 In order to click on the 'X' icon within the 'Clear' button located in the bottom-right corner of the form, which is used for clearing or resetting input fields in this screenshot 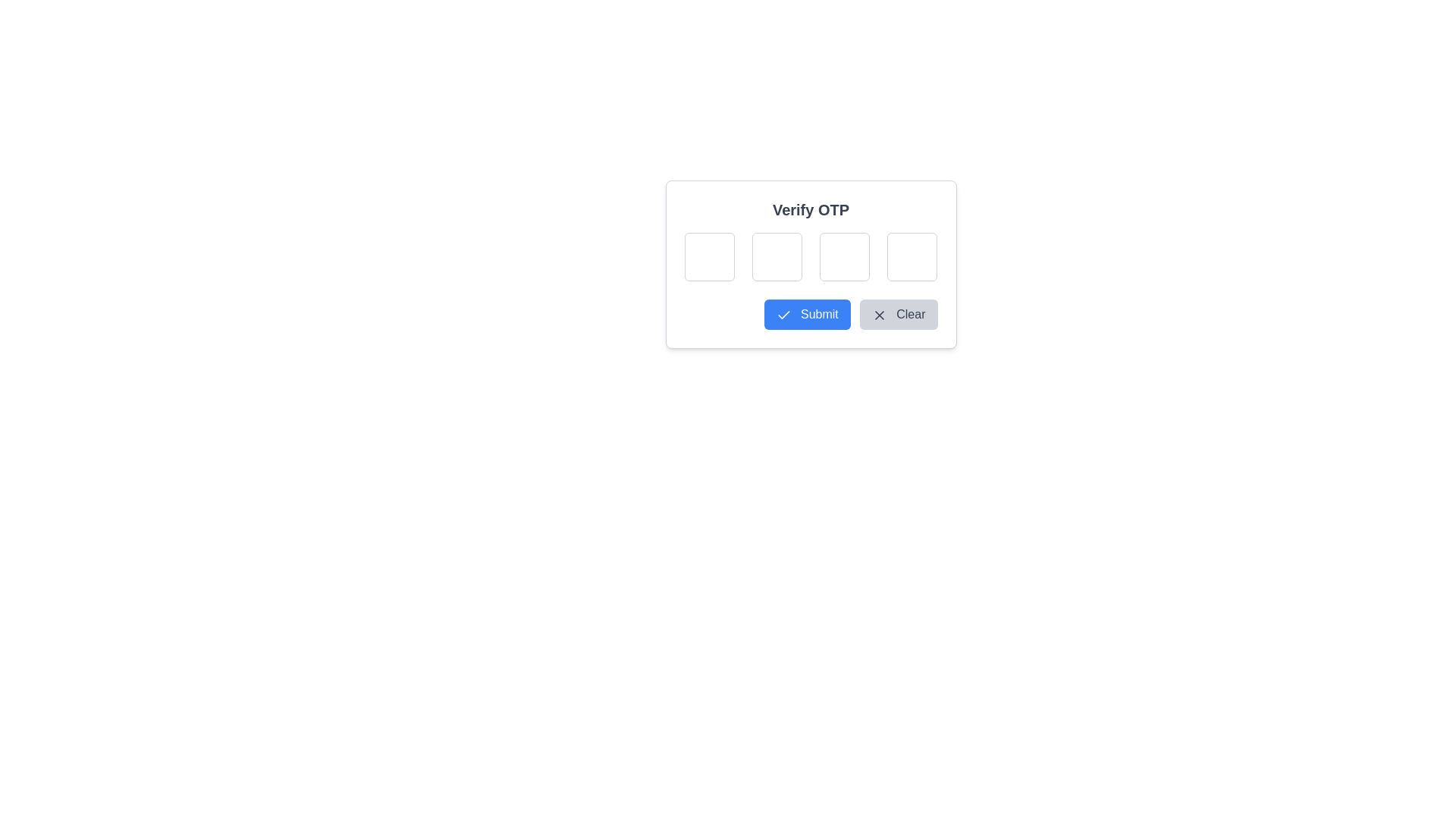, I will do `click(879, 314)`.